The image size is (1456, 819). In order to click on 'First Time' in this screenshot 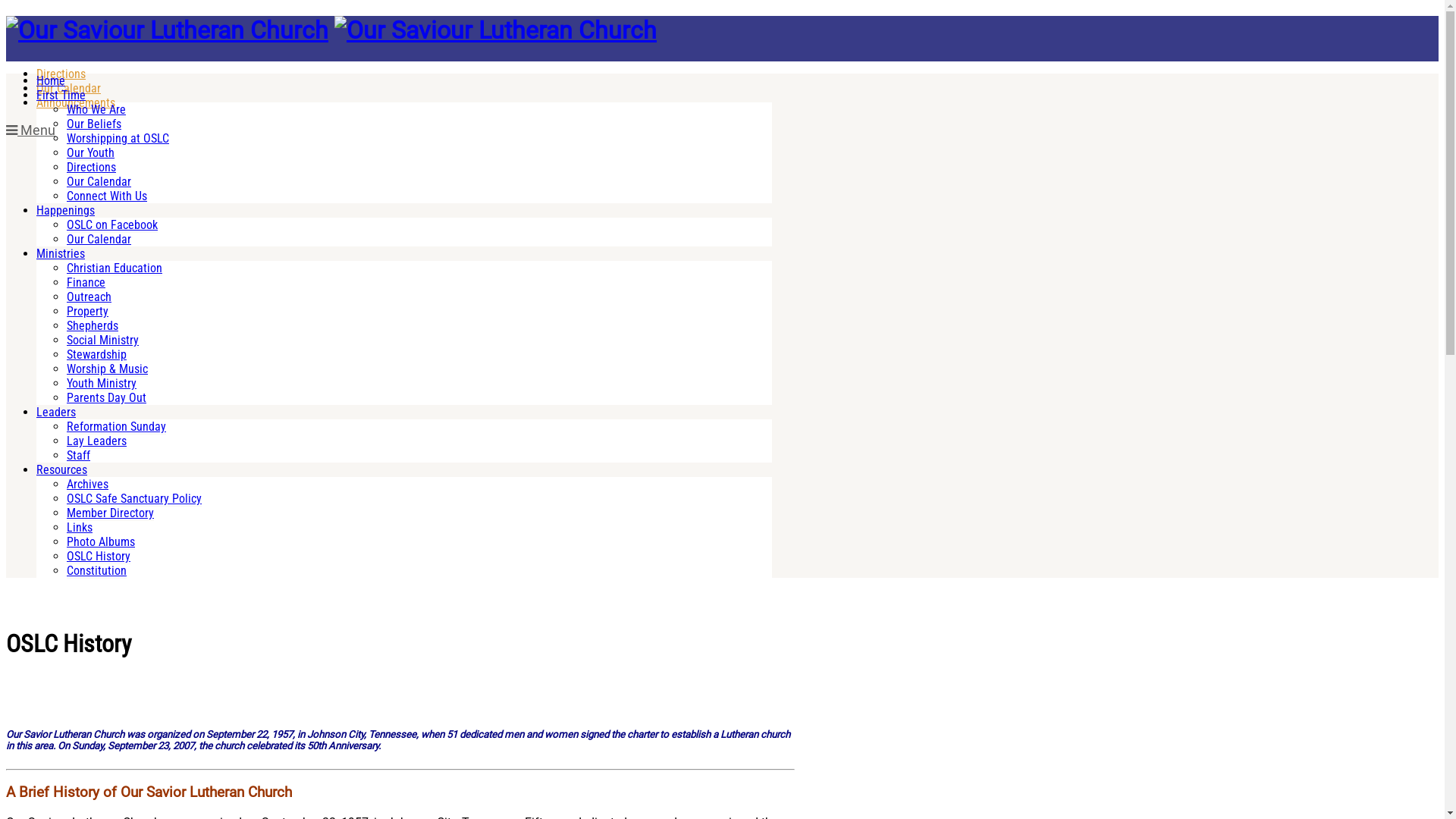, I will do `click(36, 95)`.